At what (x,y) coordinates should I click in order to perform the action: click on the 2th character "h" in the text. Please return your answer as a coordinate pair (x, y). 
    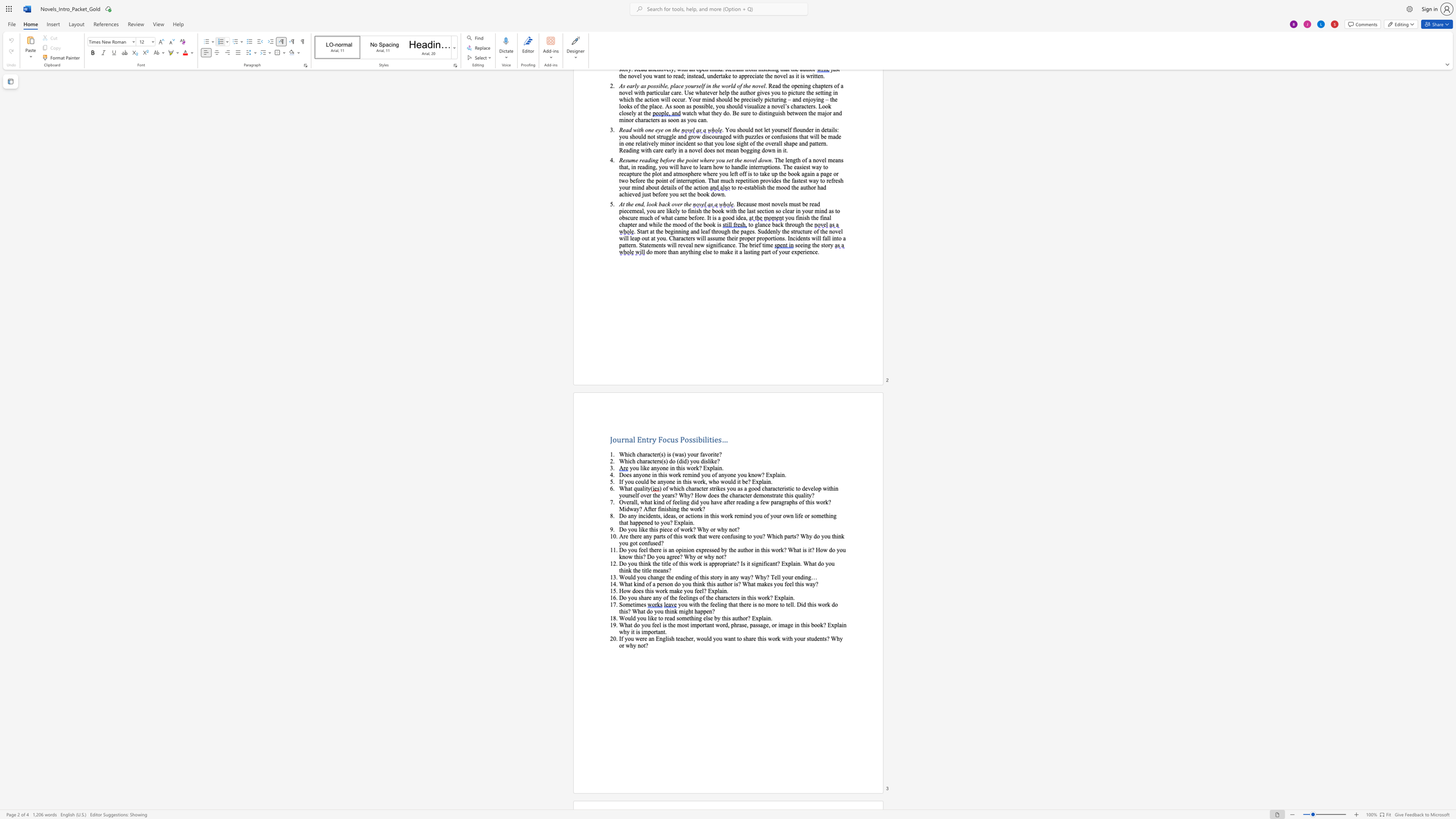
    Looking at the image, I should click on (673, 597).